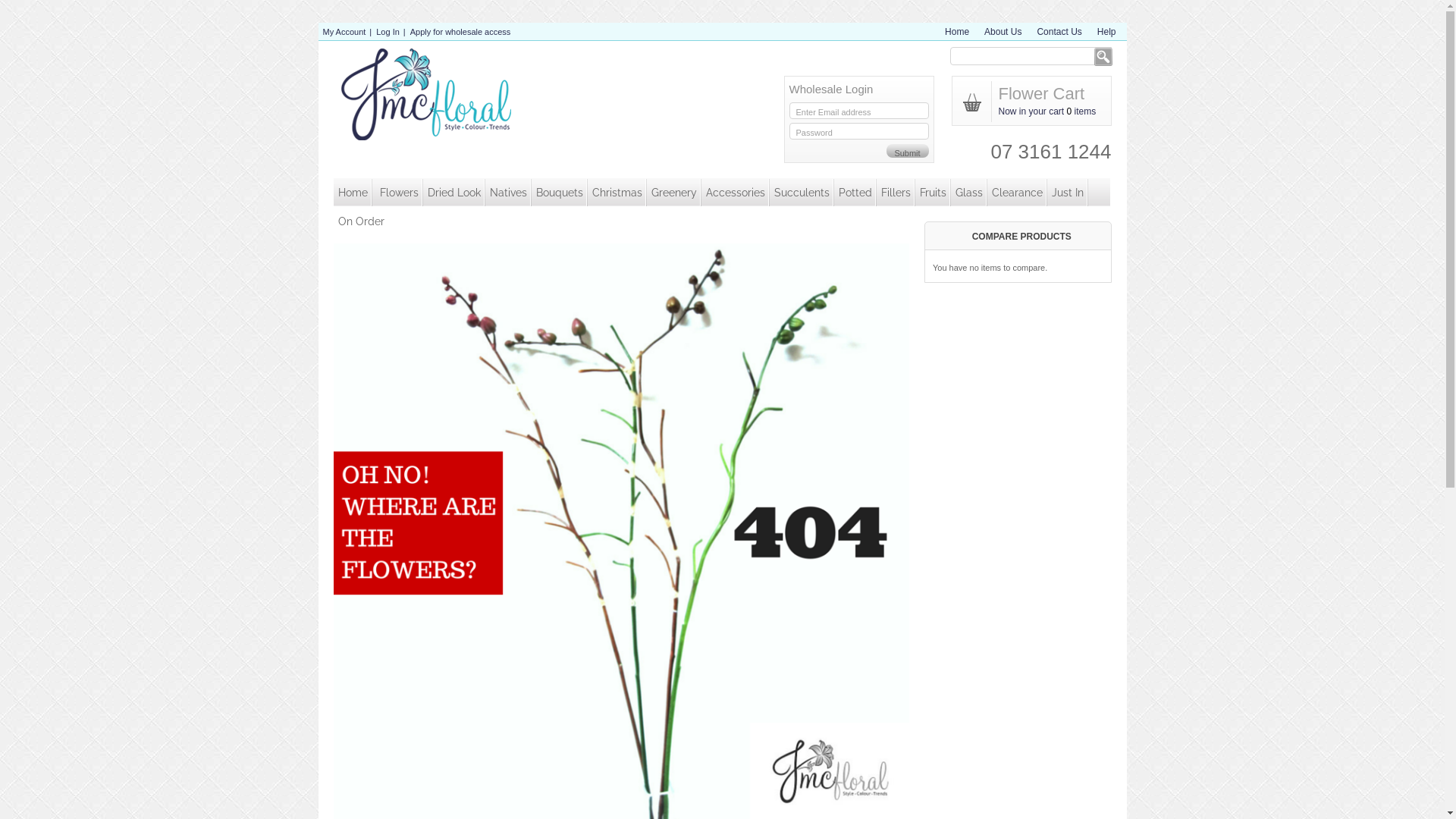  Describe the element at coordinates (896, 192) in the screenshot. I see `'Fillers'` at that location.